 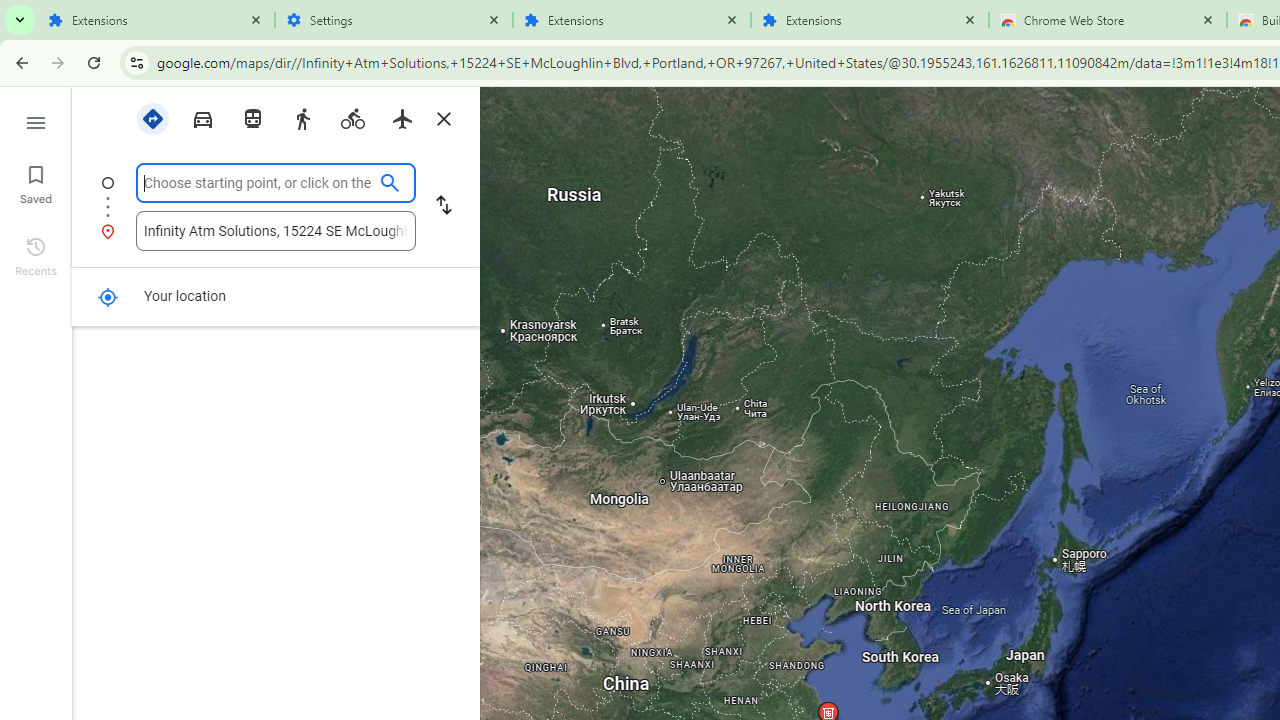 What do you see at coordinates (35, 182) in the screenshot?
I see `'Saved'` at bounding box center [35, 182].